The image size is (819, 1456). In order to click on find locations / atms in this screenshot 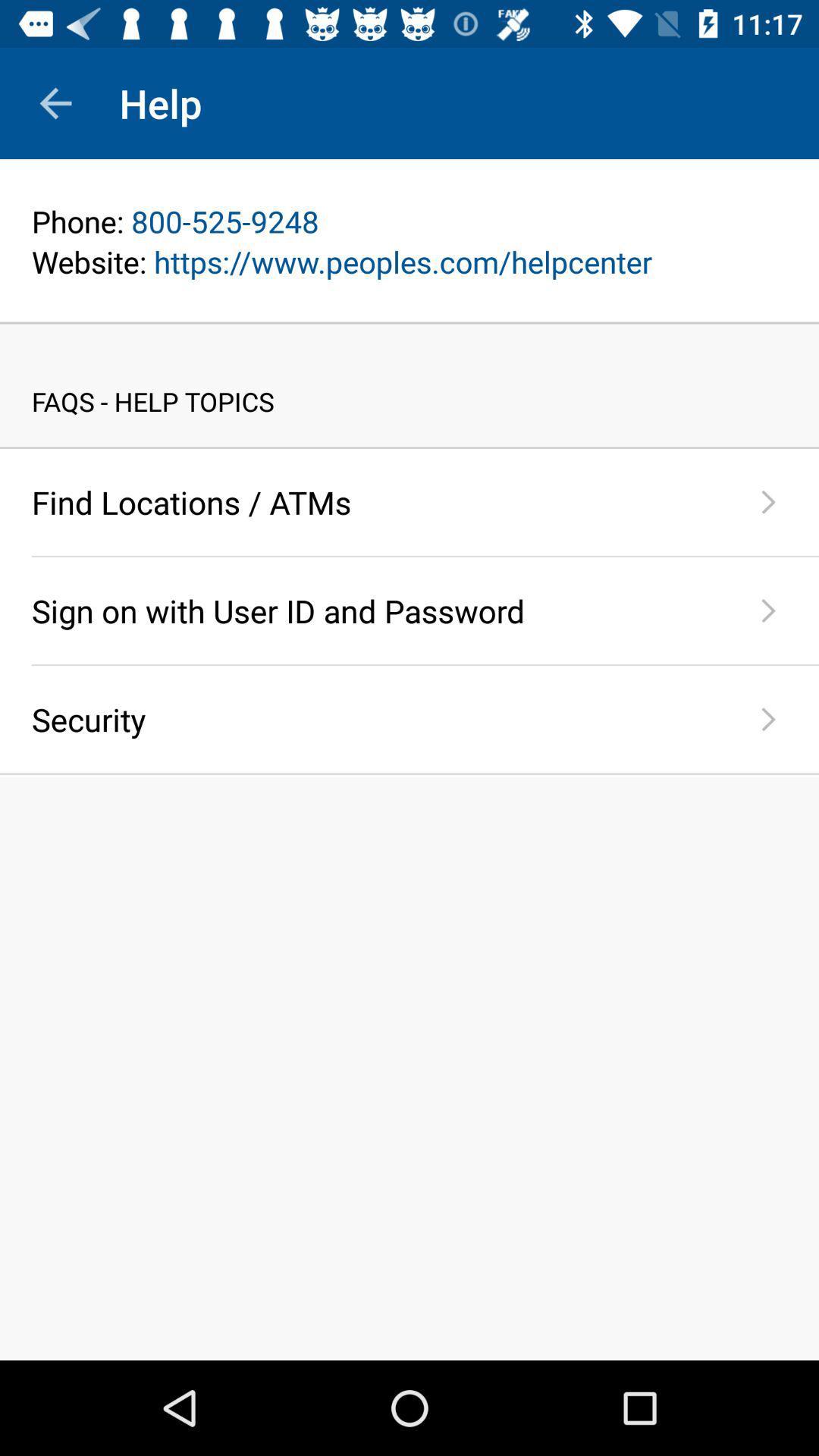, I will do `click(375, 502)`.